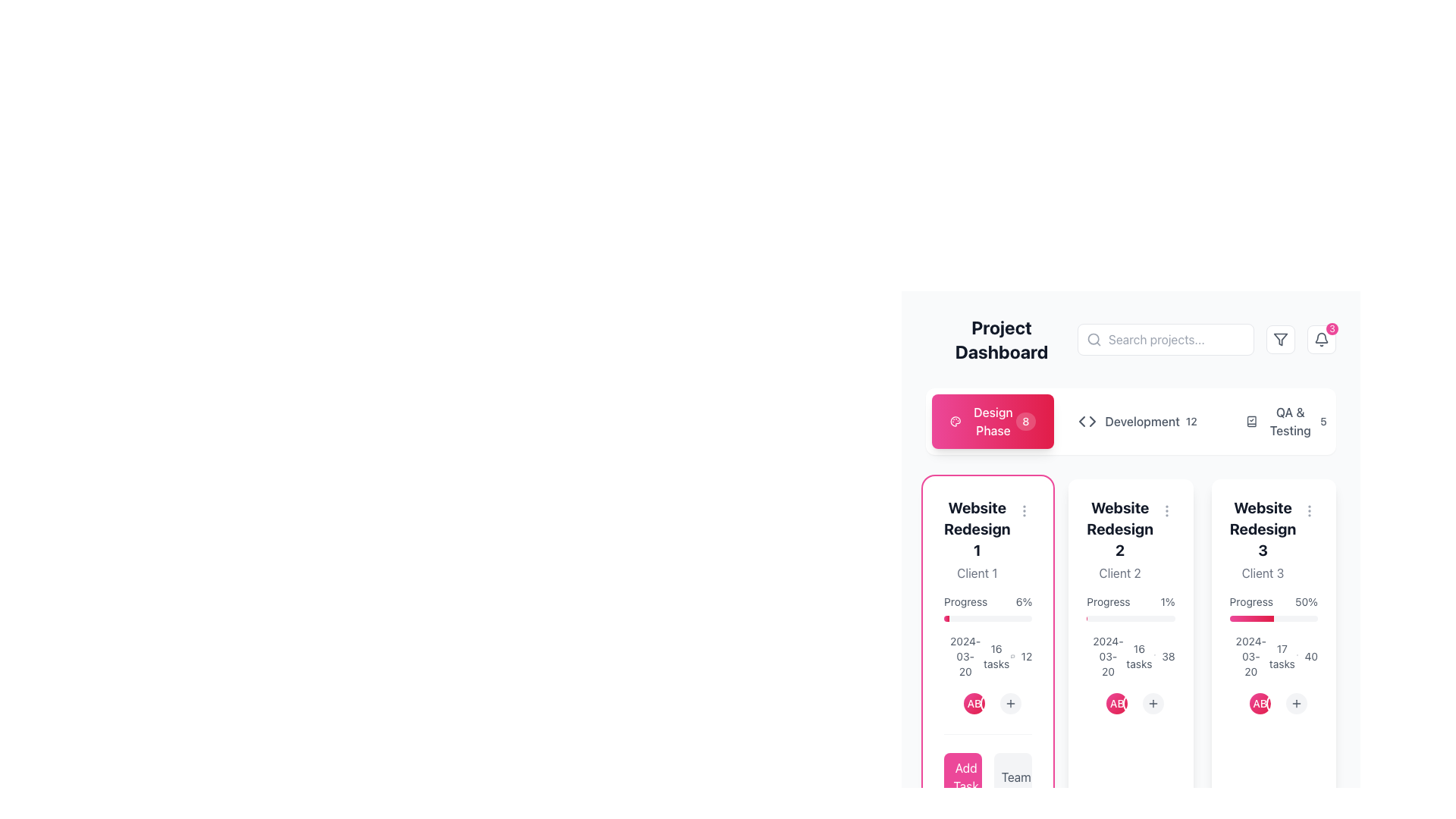 The height and width of the screenshot is (819, 1456). Describe the element at coordinates (1153, 656) in the screenshot. I see `the small square icon resembling a speech bubble located to the left of the text number '38' within the card labeled 'Website Redesign 2'` at that location.